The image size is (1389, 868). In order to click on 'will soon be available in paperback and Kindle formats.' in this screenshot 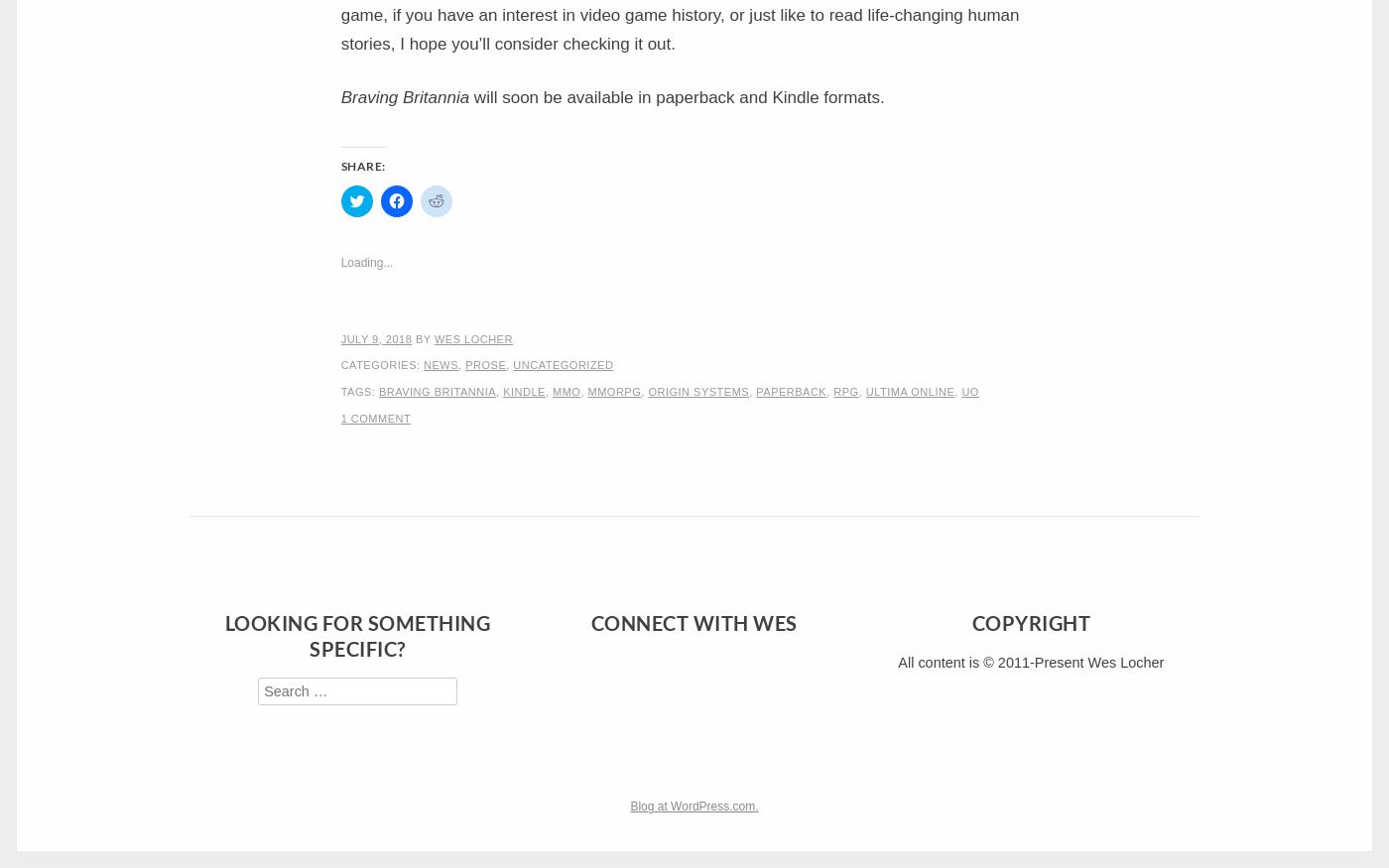, I will do `click(469, 96)`.